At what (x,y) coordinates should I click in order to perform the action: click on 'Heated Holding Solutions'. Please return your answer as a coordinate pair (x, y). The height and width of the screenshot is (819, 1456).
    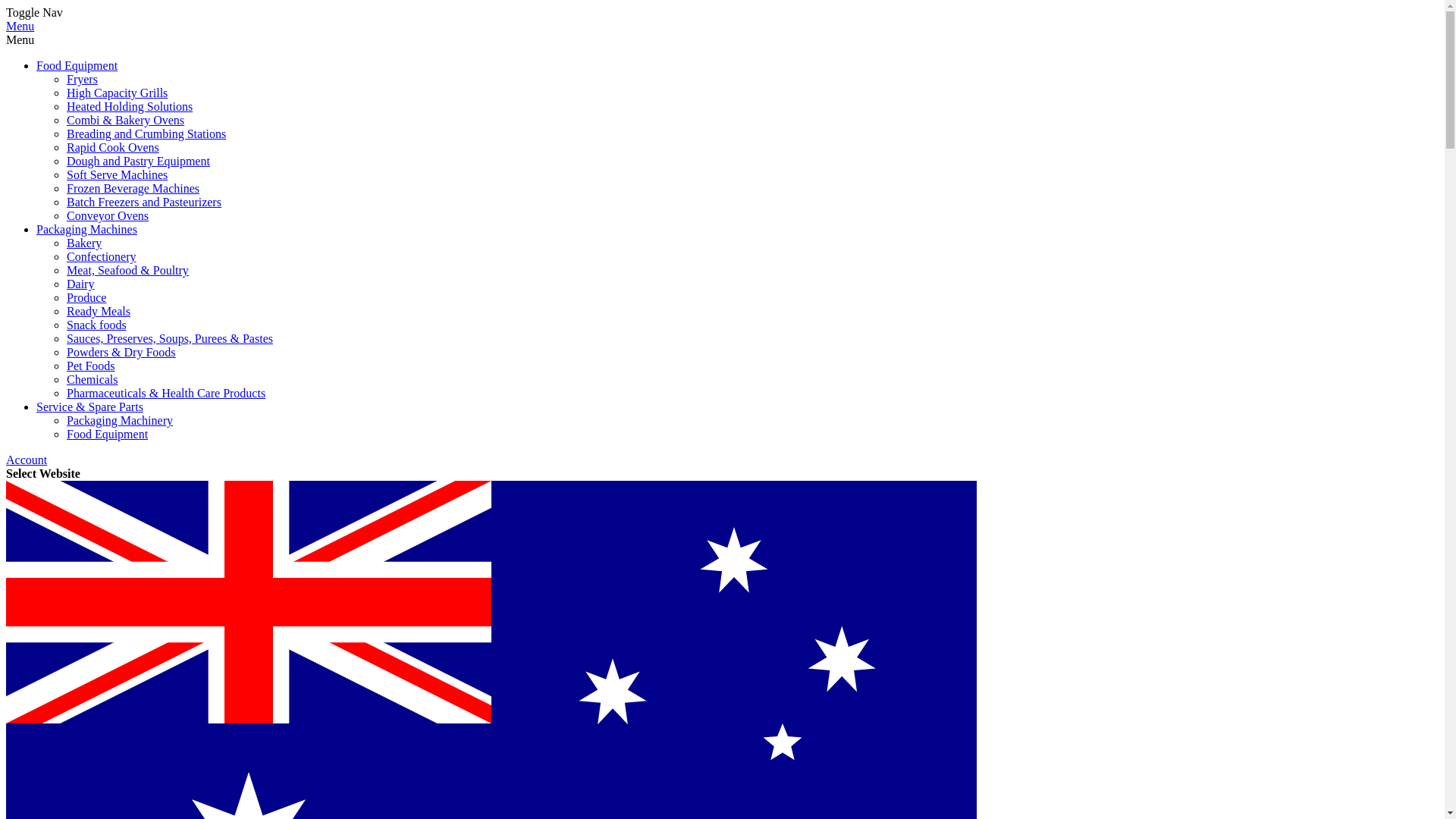
    Looking at the image, I should click on (130, 105).